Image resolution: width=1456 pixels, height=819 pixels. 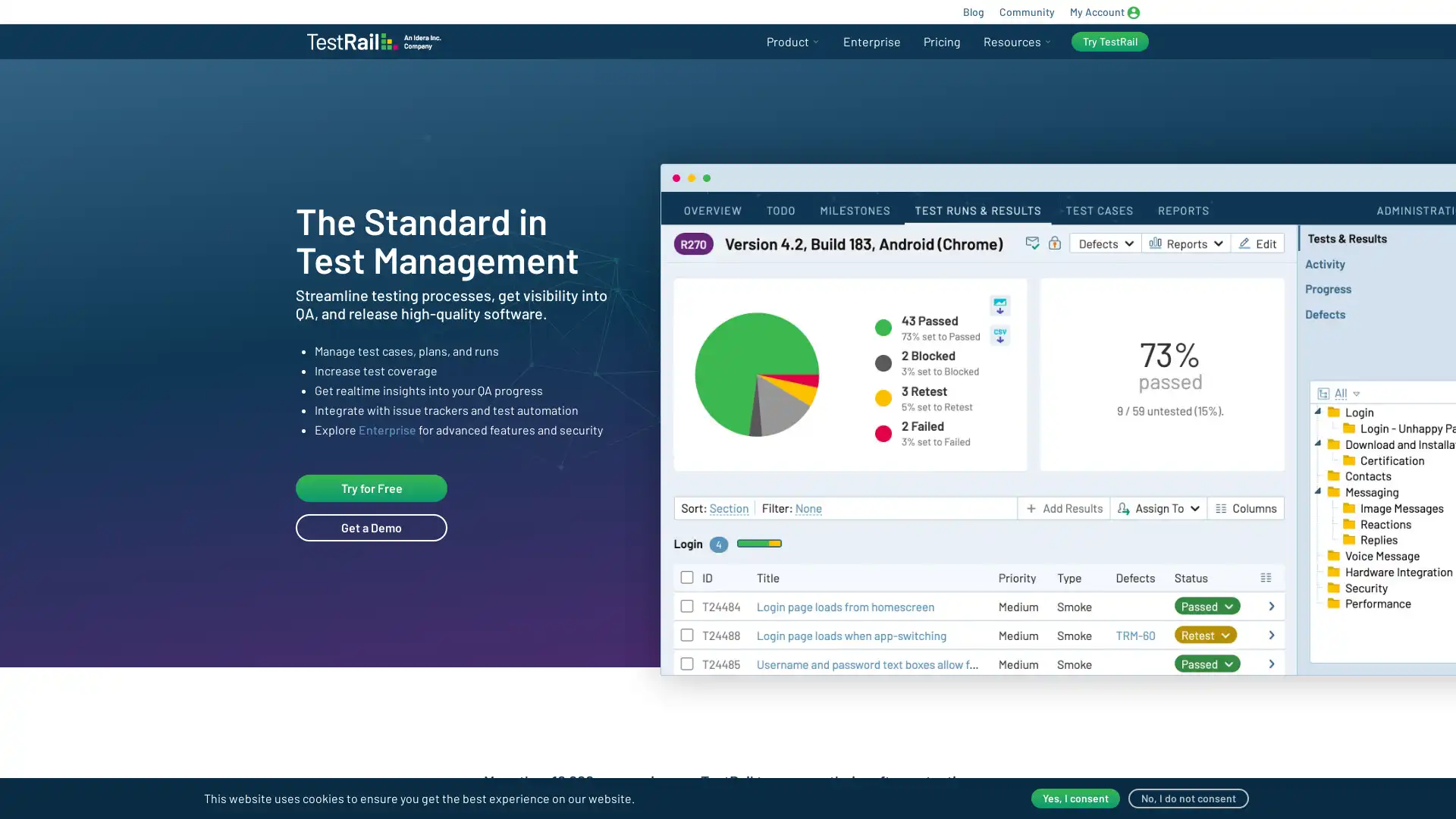 What do you see at coordinates (1110, 40) in the screenshot?
I see `Try TestRail` at bounding box center [1110, 40].